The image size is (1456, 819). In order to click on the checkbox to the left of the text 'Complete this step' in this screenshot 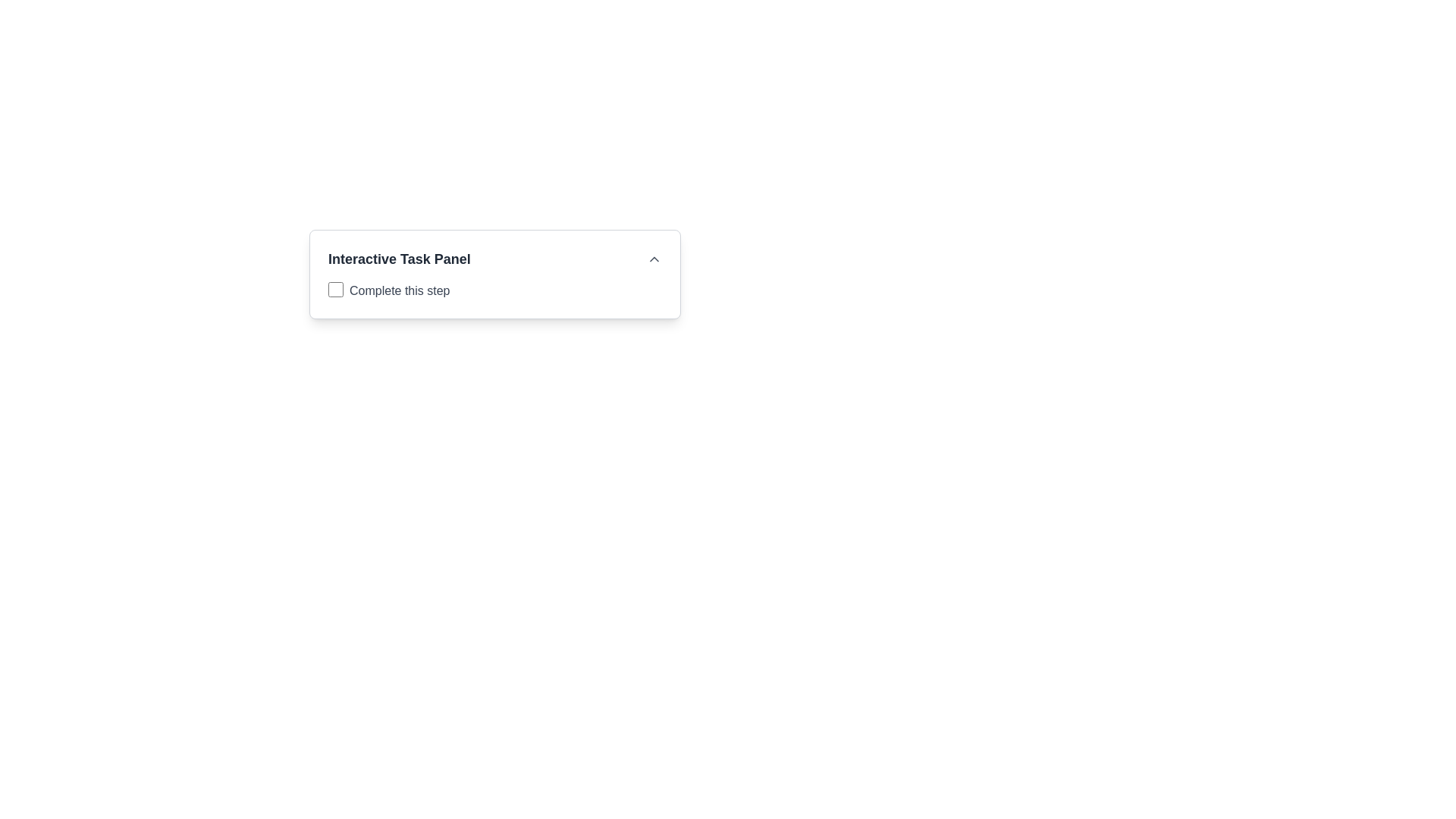, I will do `click(334, 289)`.